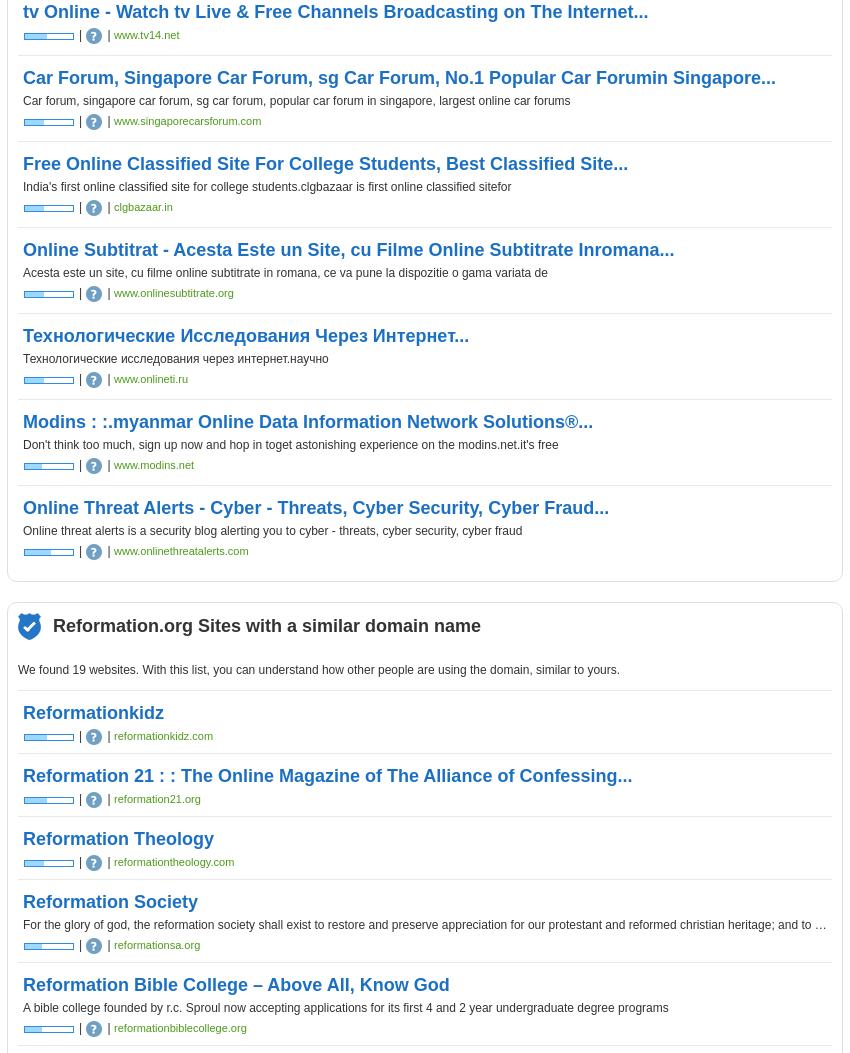 This screenshot has height=1053, width=850. What do you see at coordinates (284, 272) in the screenshot?
I see `'Acesta este un site, cu filme online subtitrate in romana, ce va pune la dispozitie o gama variata de'` at bounding box center [284, 272].